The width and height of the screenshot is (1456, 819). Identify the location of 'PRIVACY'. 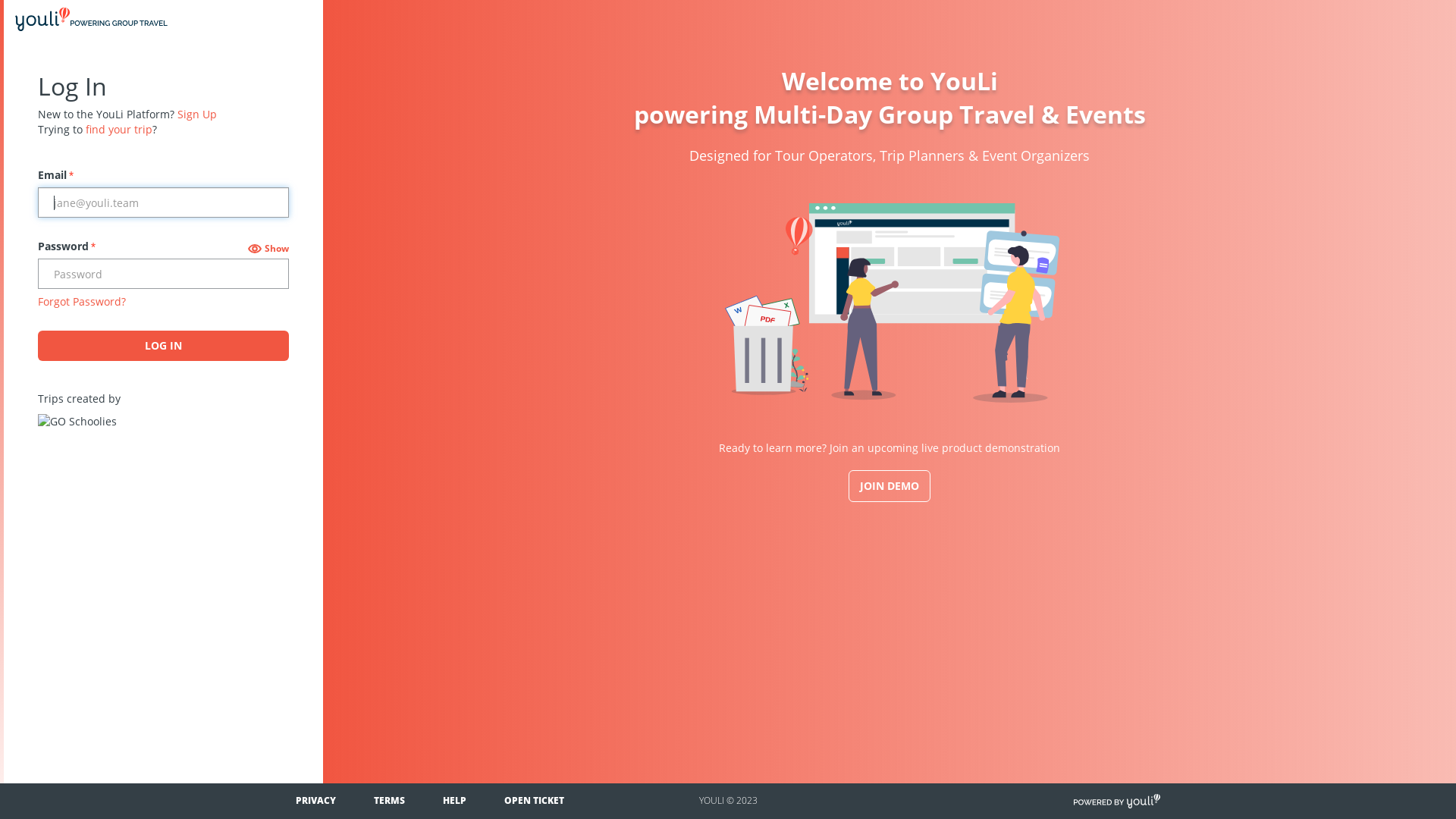
(315, 799).